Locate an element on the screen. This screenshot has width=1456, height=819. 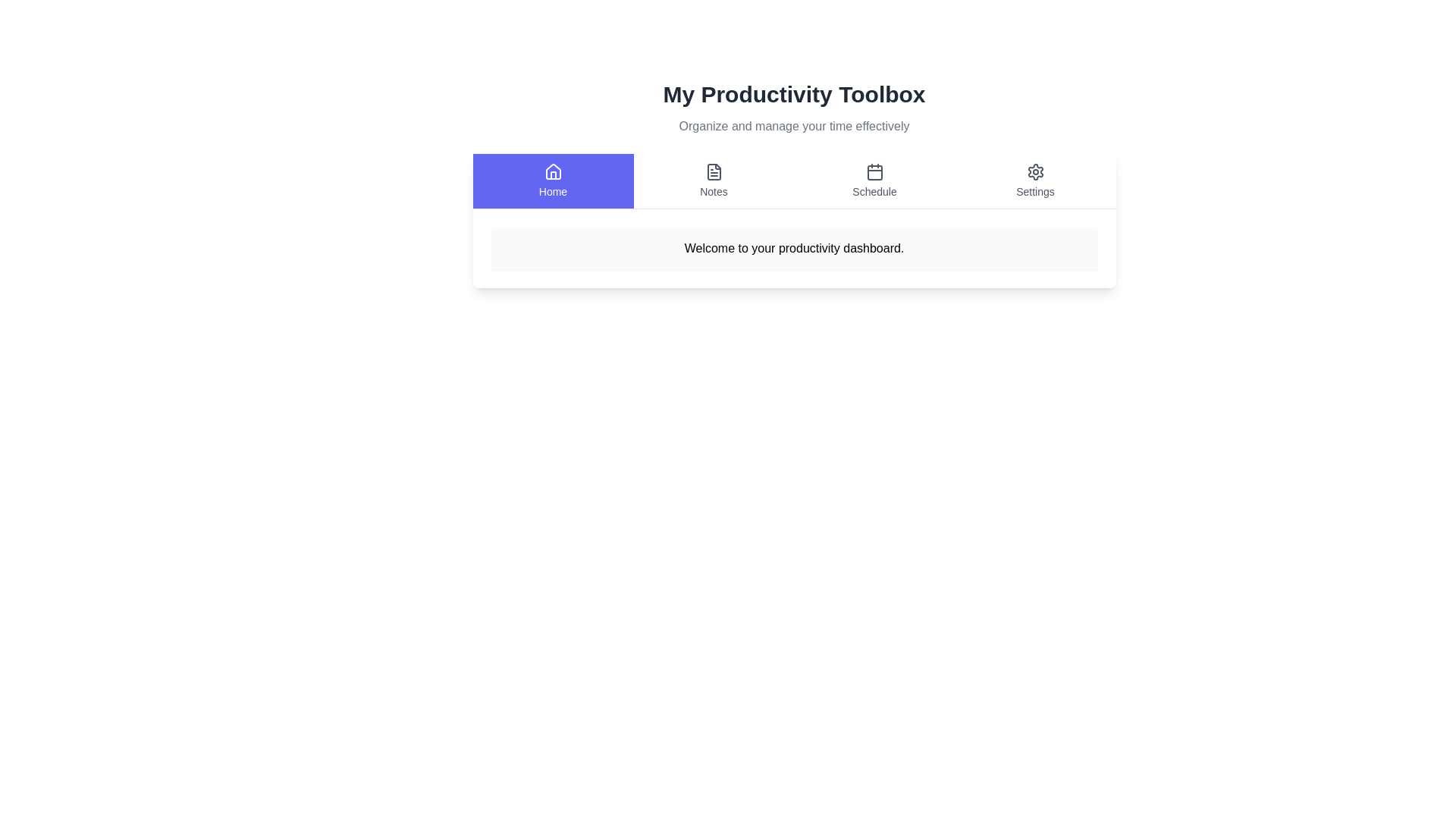
the 'Notes' button on the navigation bar is located at coordinates (713, 180).